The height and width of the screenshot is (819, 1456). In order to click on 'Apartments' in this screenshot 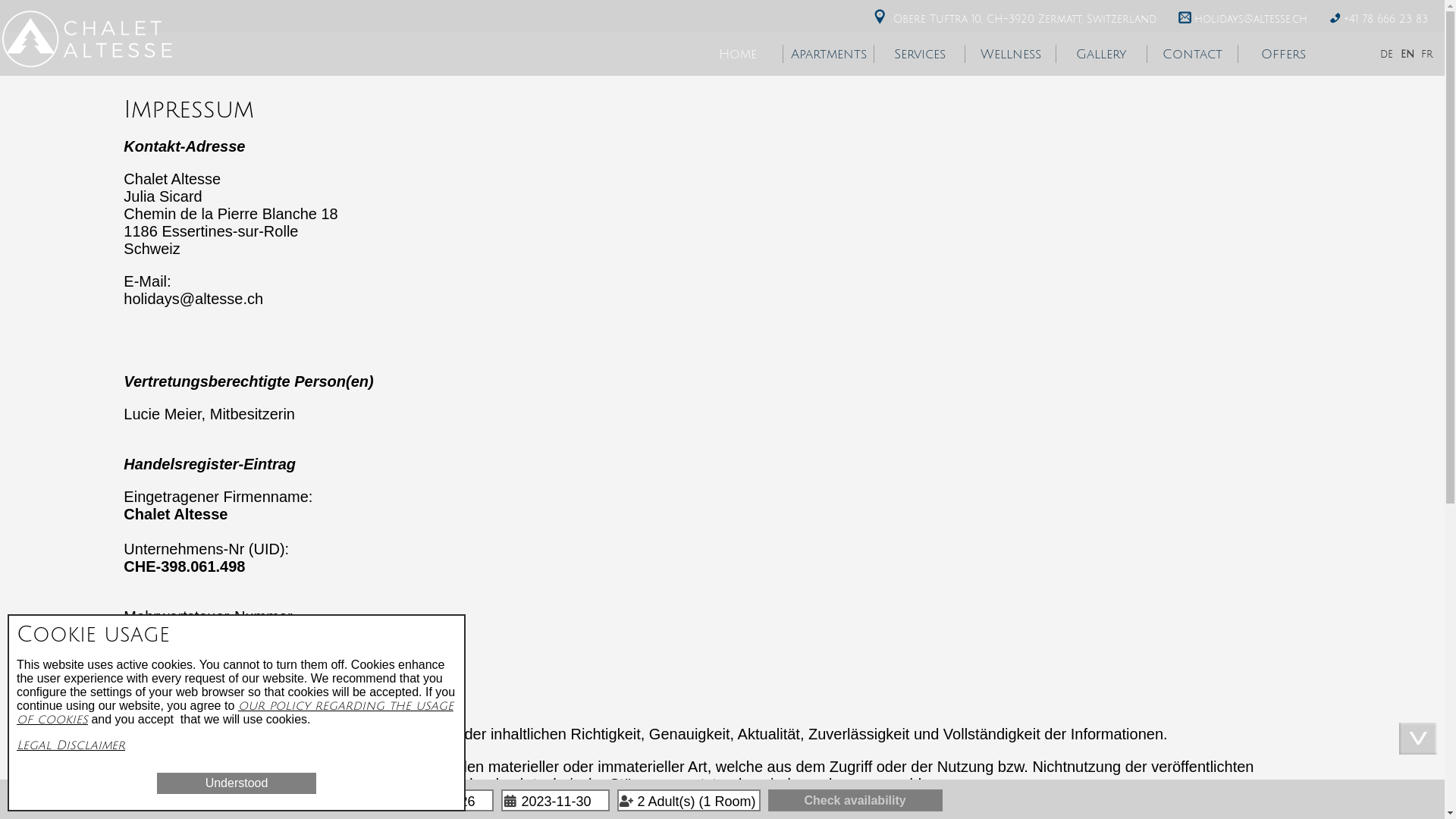, I will do `click(828, 53)`.